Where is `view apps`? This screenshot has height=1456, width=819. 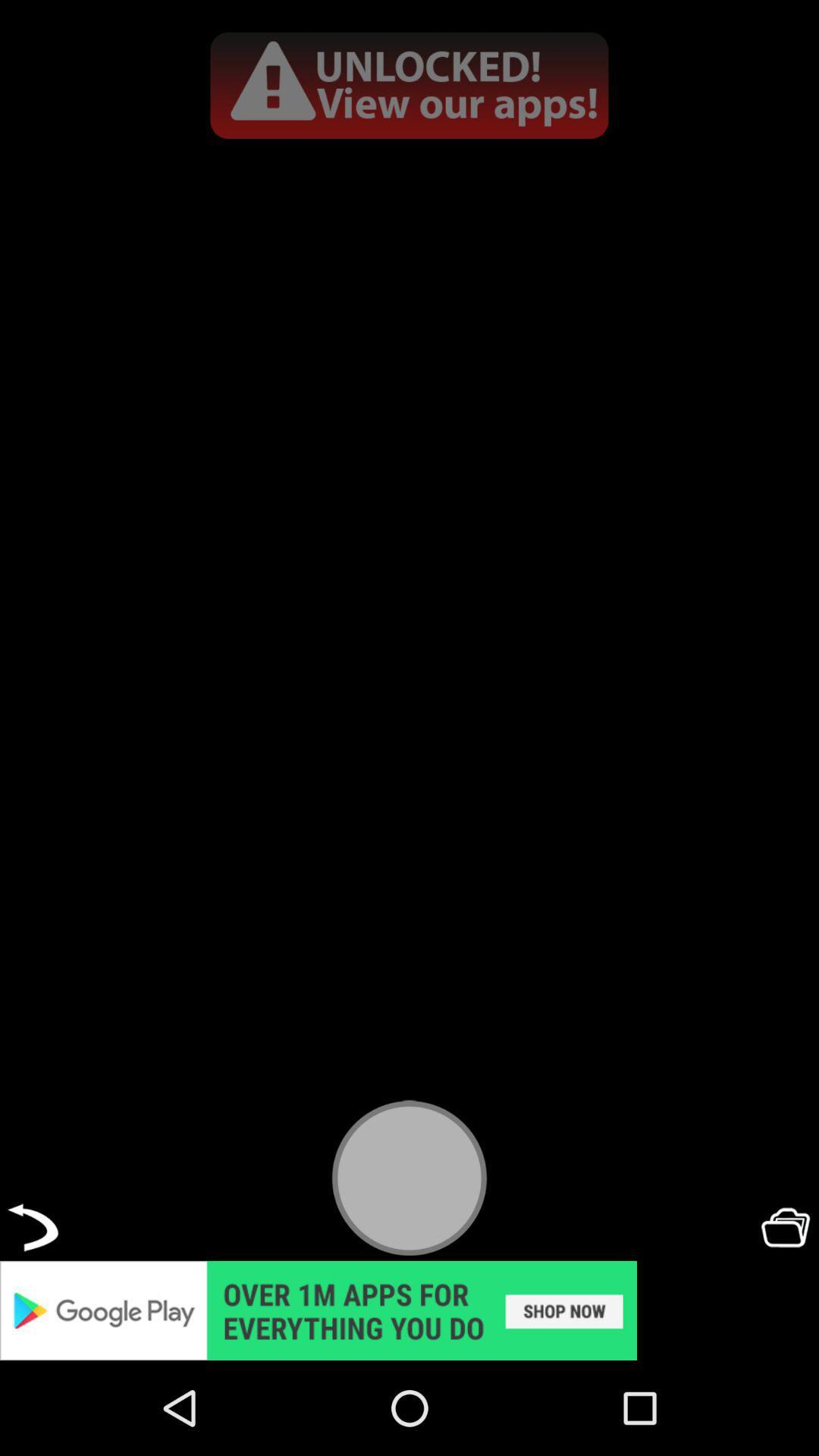
view apps is located at coordinates (409, 84).